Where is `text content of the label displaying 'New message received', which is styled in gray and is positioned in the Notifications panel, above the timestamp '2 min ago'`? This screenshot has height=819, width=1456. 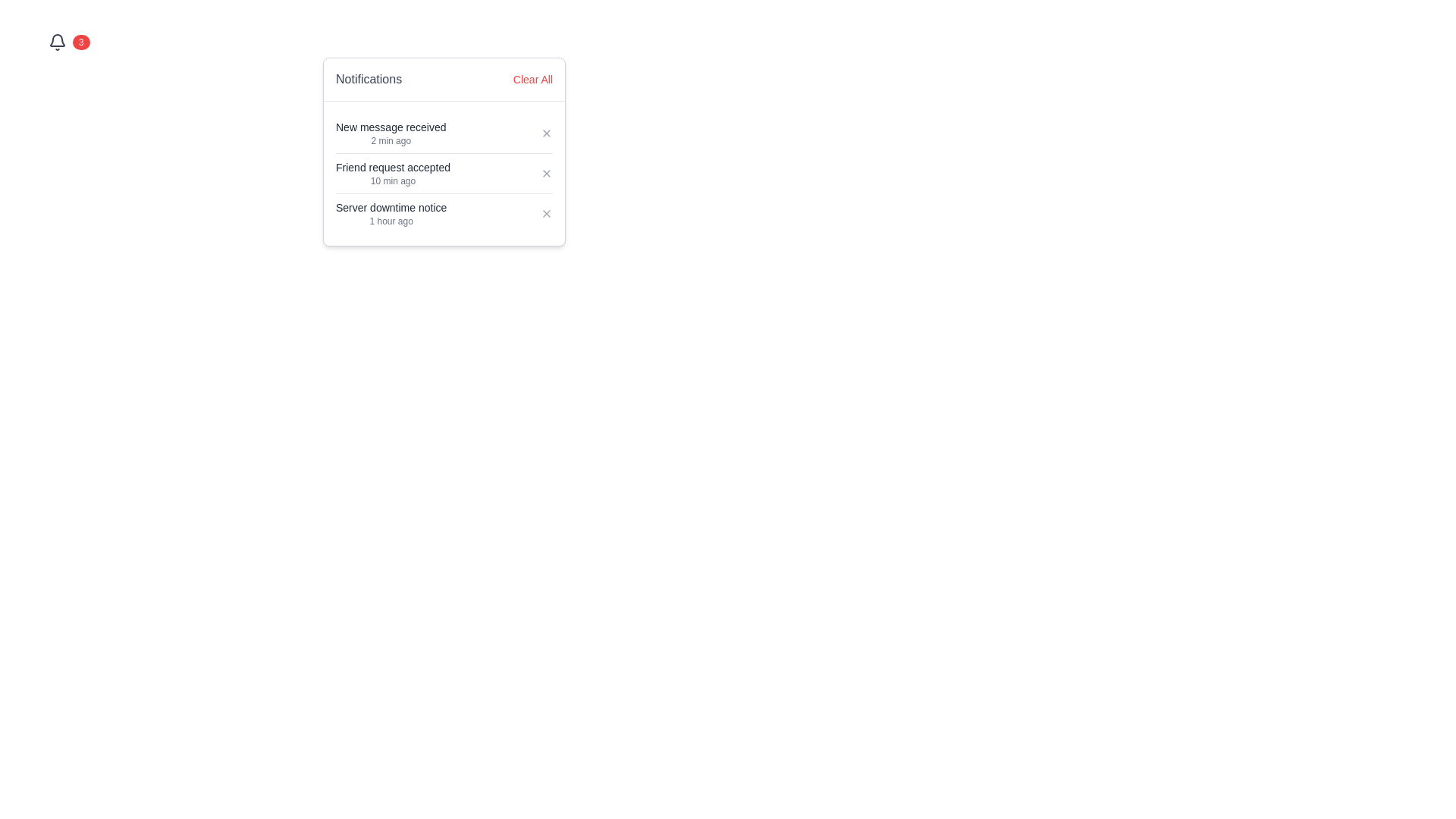 text content of the label displaying 'New message received', which is styled in gray and is positioned in the Notifications panel, above the timestamp '2 min ago' is located at coordinates (391, 127).